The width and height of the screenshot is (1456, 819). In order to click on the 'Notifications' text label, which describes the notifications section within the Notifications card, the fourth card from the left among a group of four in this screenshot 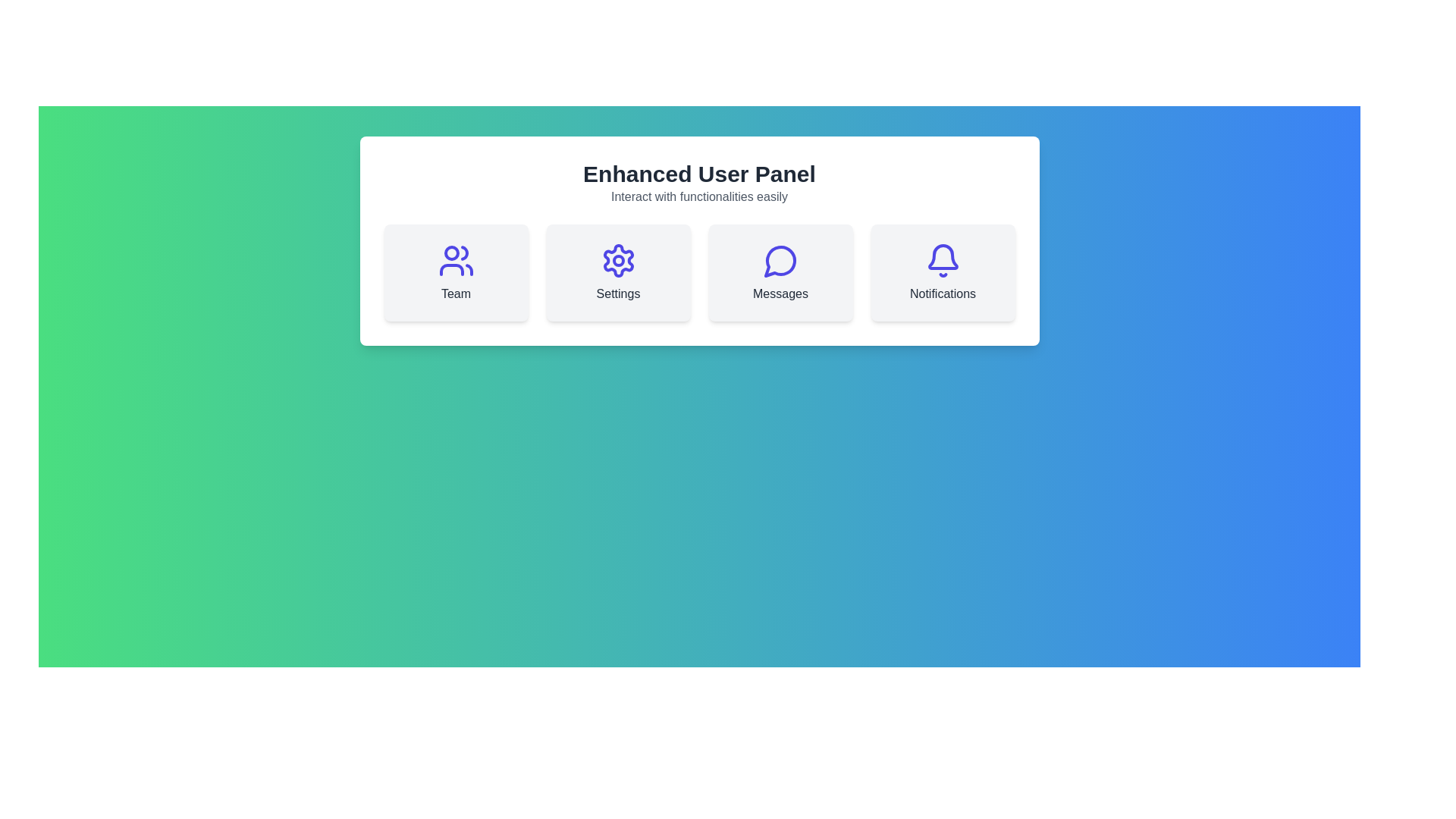, I will do `click(942, 294)`.